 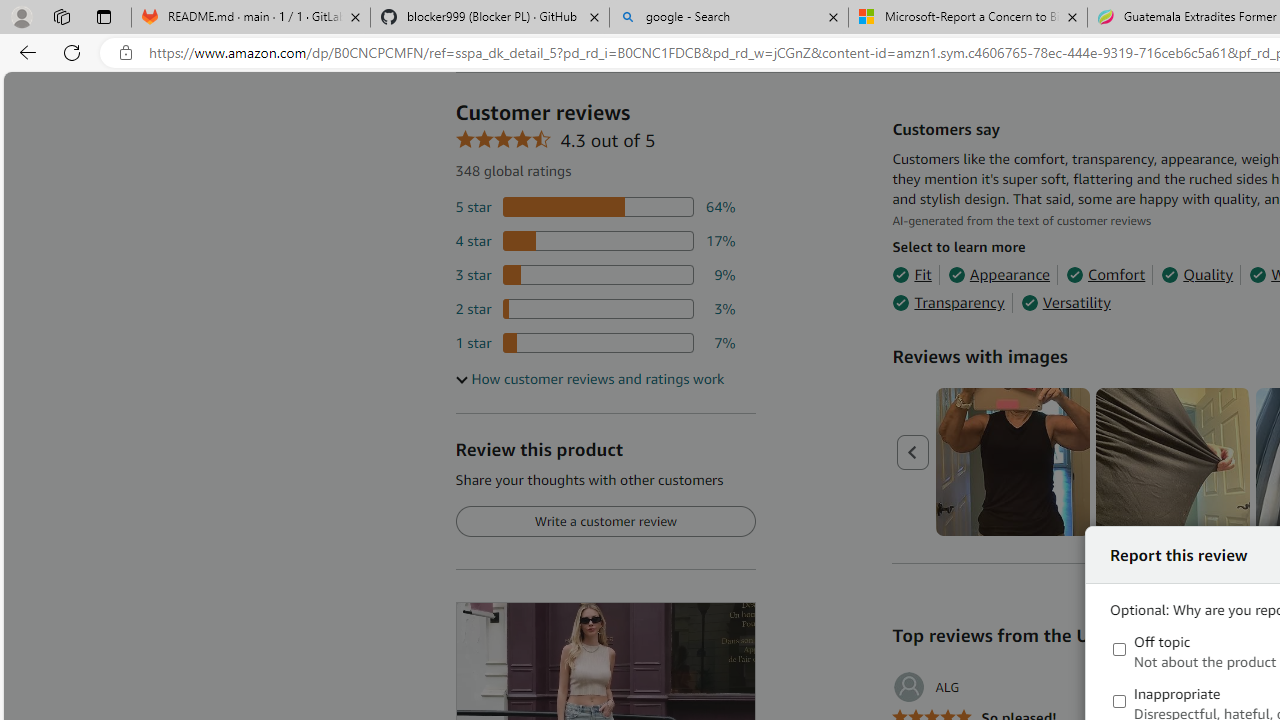 What do you see at coordinates (999, 275) in the screenshot?
I see `'Appearance'` at bounding box center [999, 275].